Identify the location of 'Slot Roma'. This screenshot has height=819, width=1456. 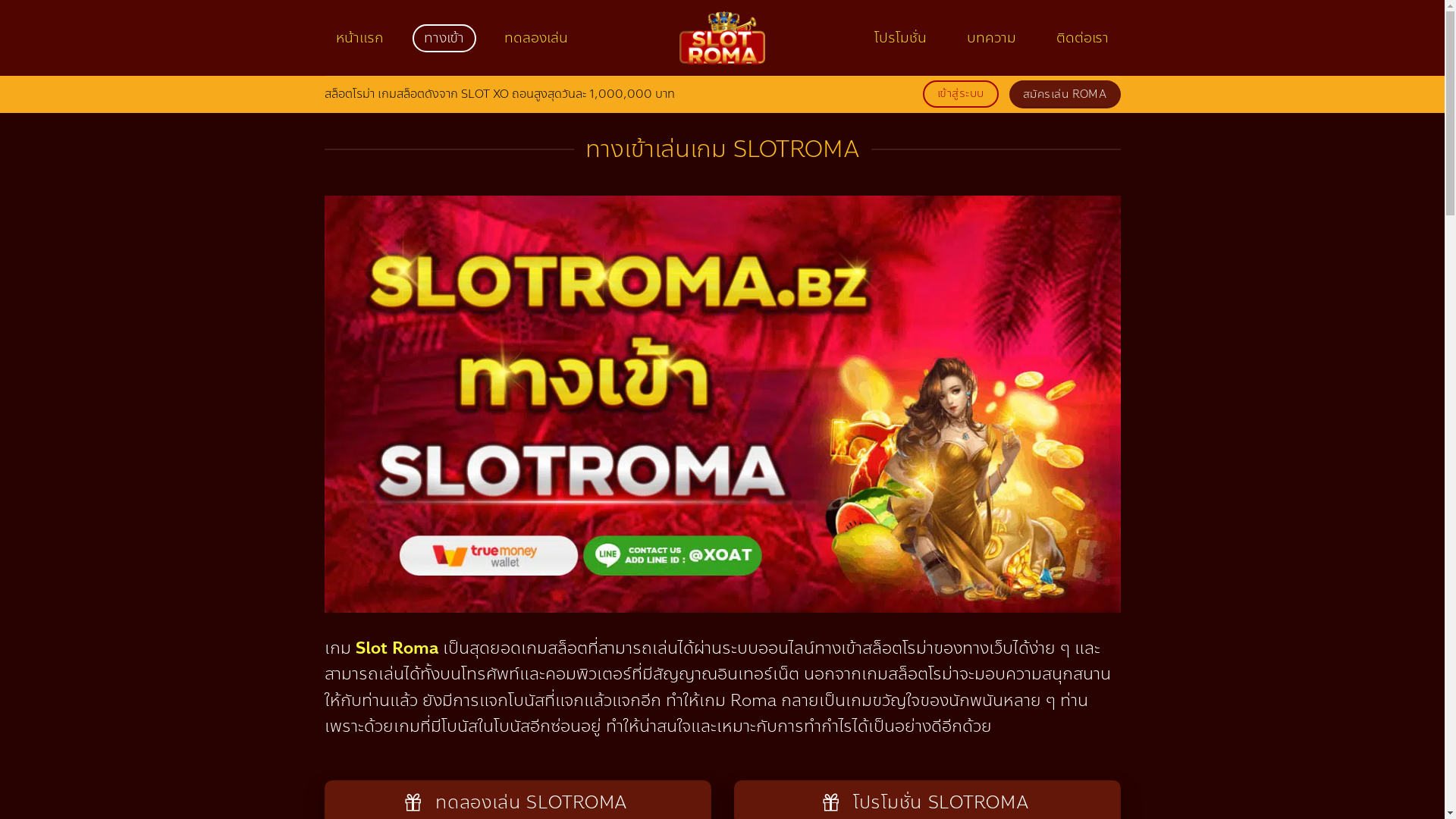
(396, 648).